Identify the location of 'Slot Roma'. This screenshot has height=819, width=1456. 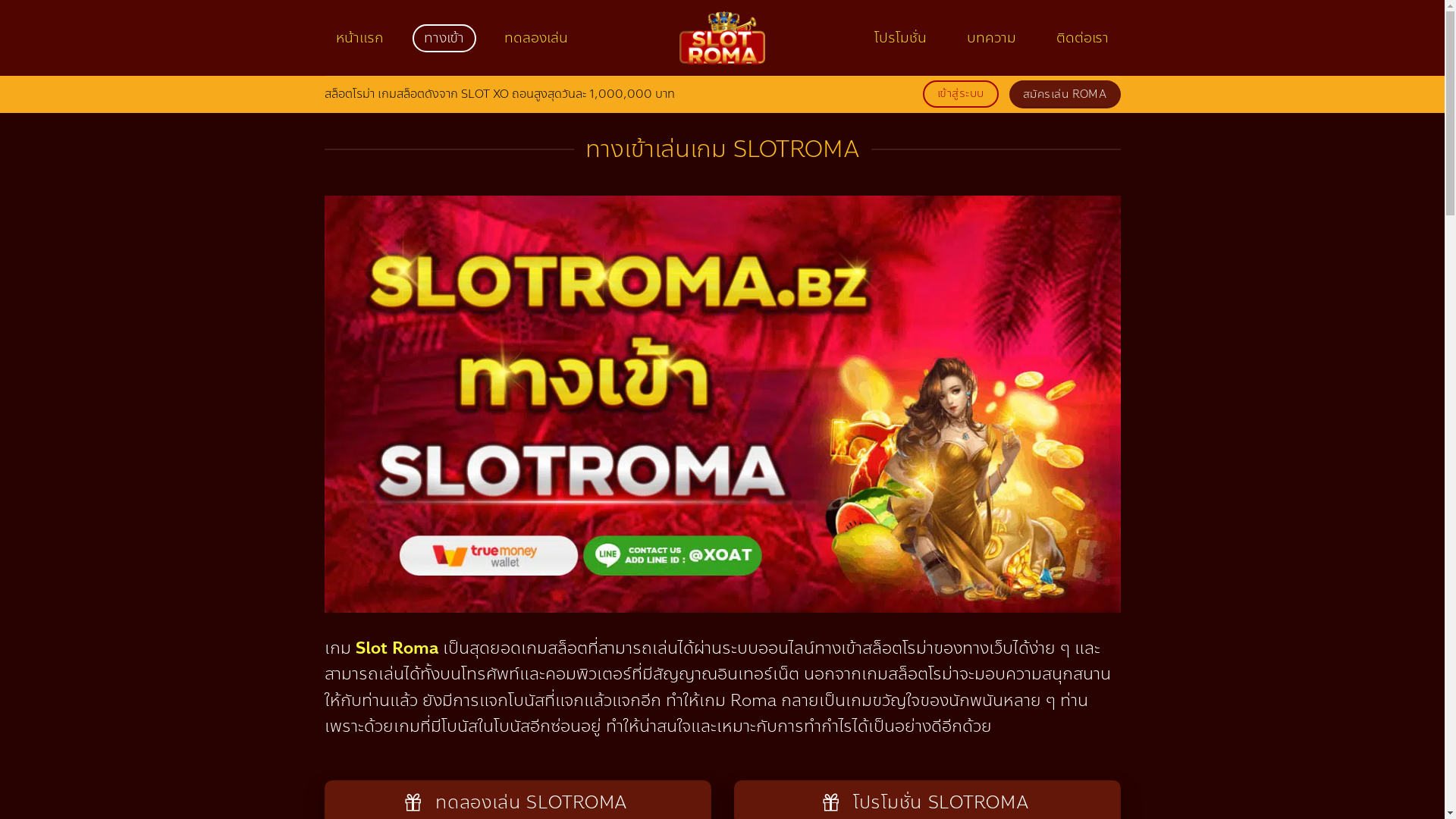
(396, 648).